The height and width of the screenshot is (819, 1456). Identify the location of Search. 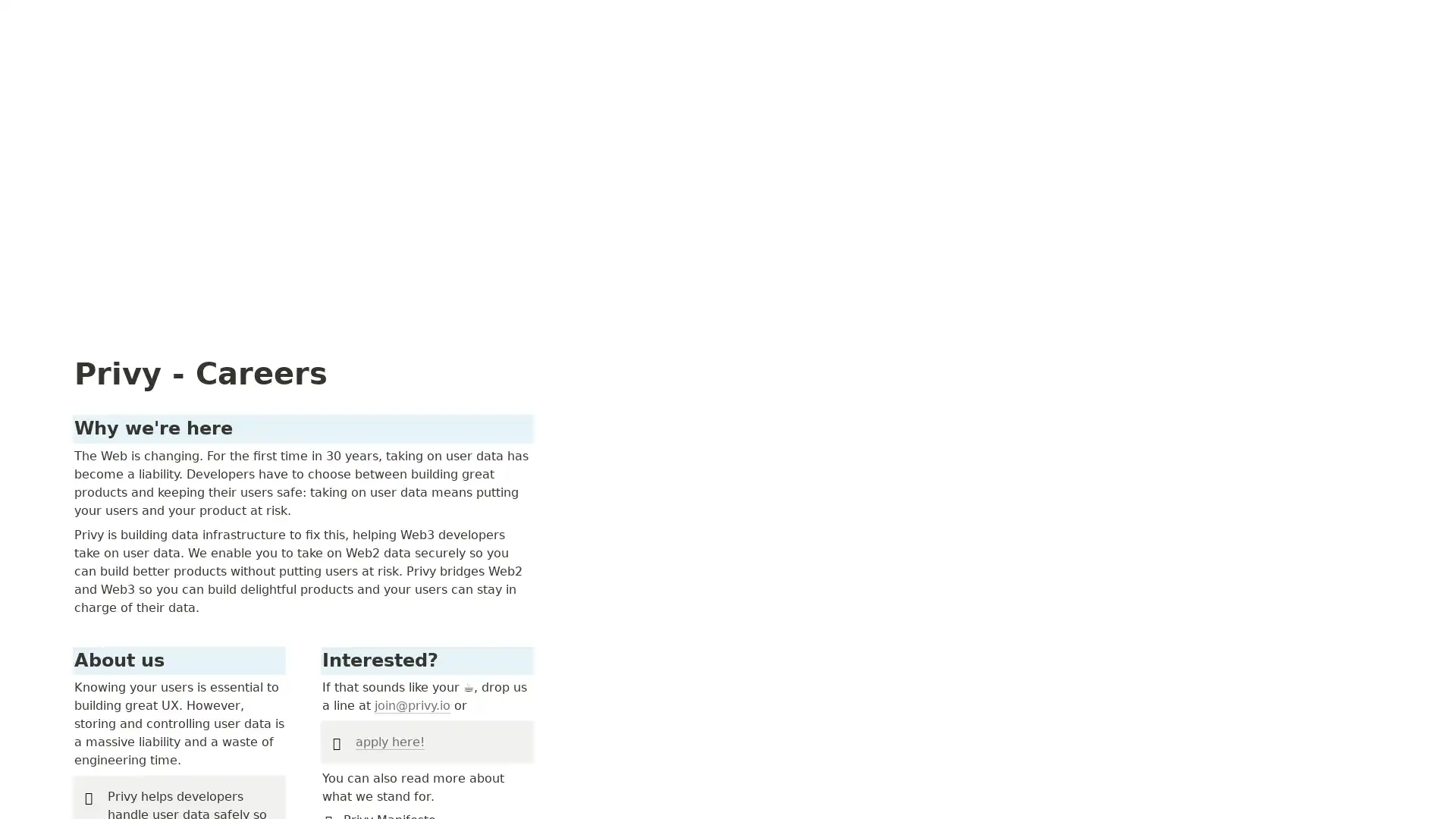
(1294, 17).